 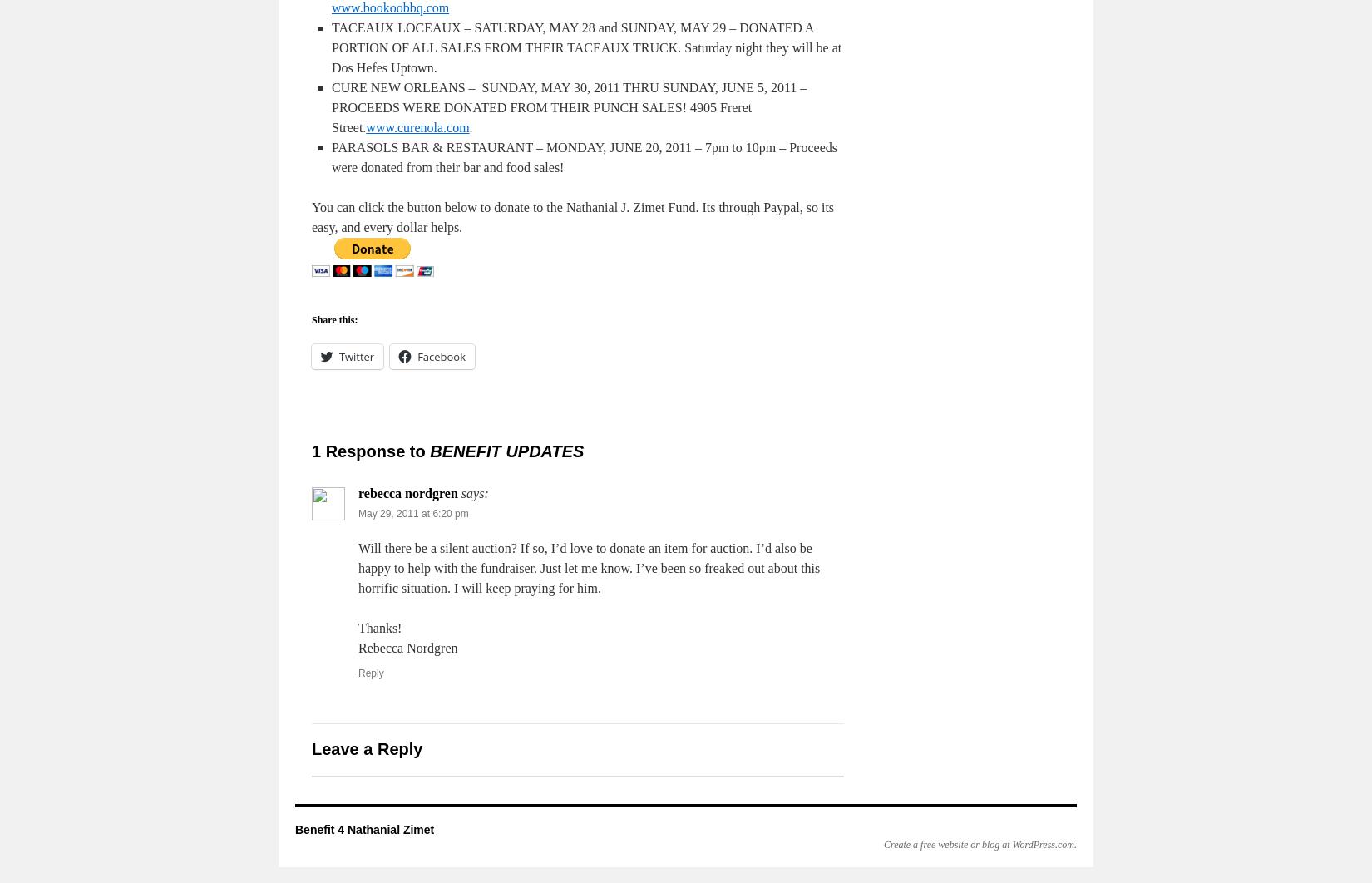 What do you see at coordinates (357, 513) in the screenshot?
I see `'May 29, 2011 at 6:20 pm'` at bounding box center [357, 513].